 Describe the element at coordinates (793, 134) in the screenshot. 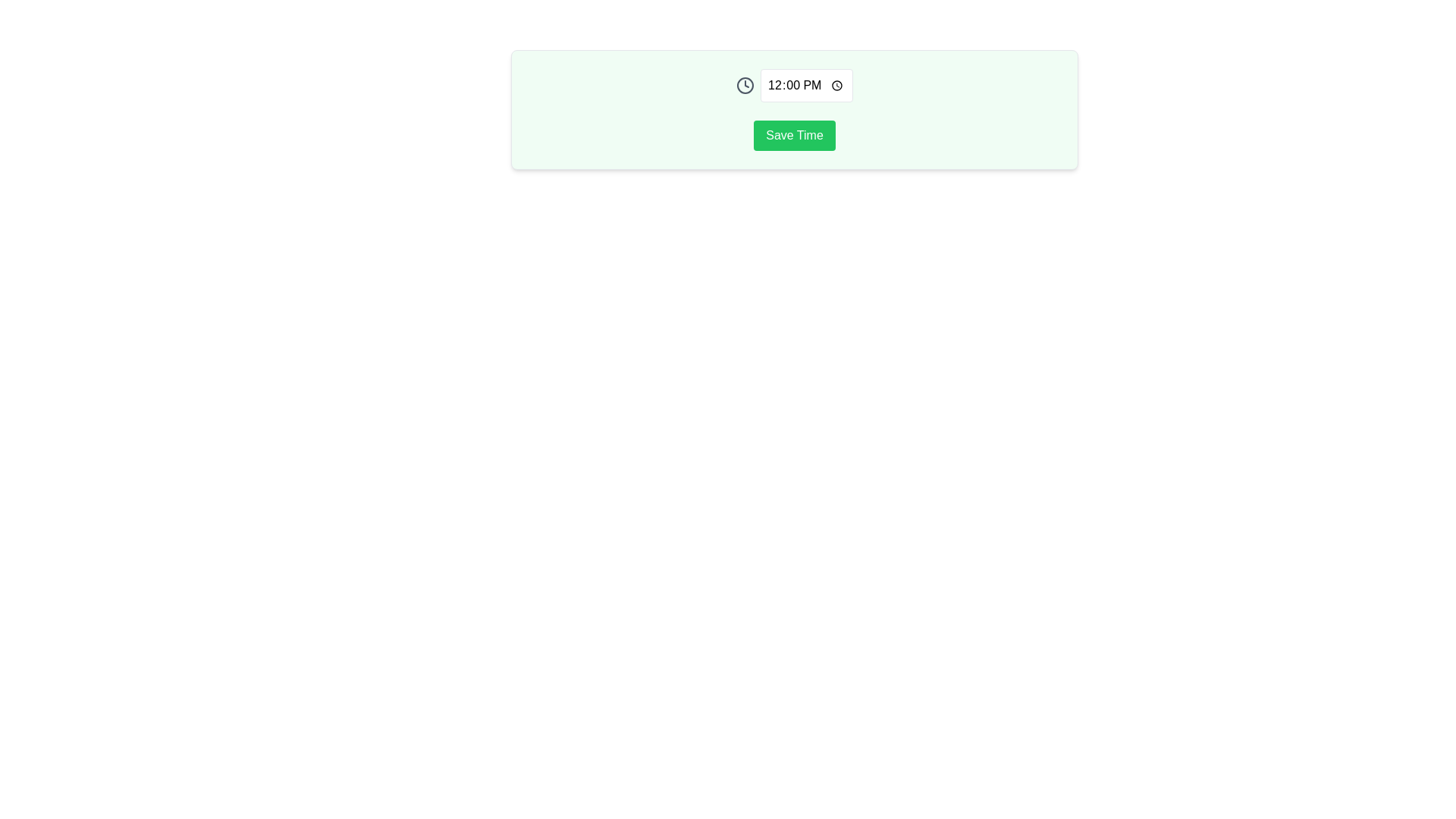

I see `the rectangular green button labeled 'Save Time' to observe the hover effect` at that location.